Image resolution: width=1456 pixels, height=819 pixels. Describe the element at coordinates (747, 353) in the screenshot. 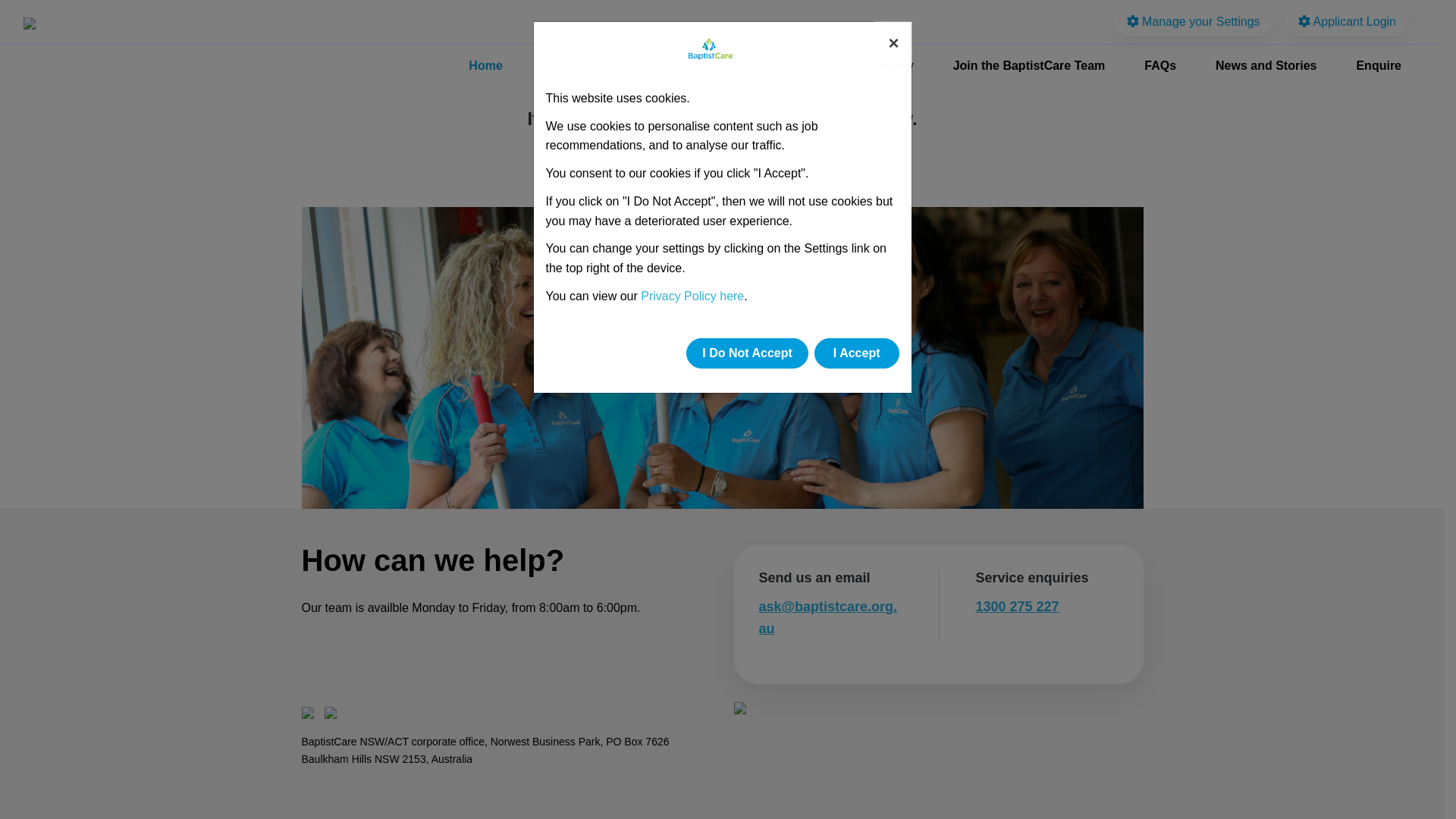

I see `'I Do Not Accept'` at that location.